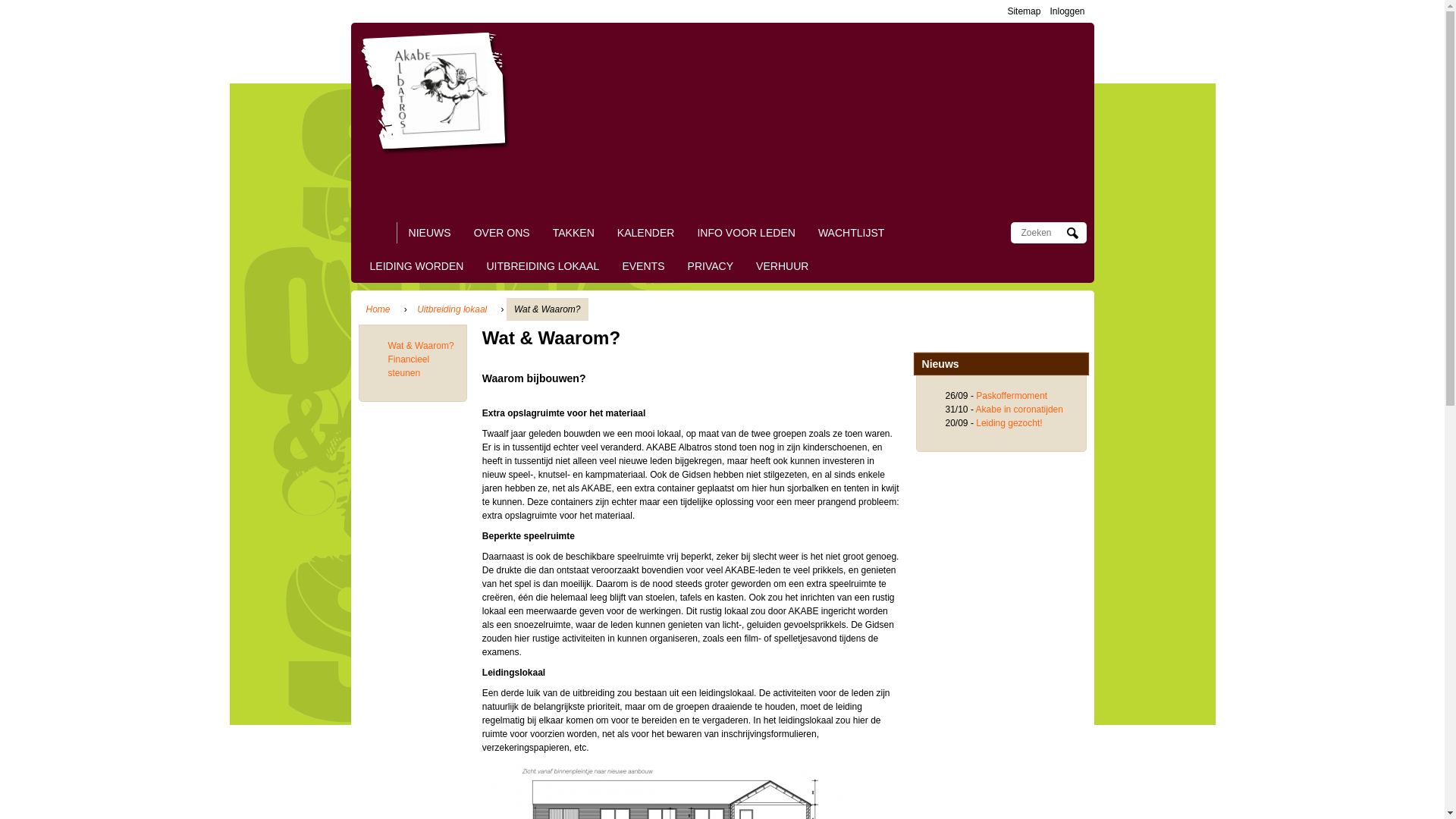 This screenshot has height=819, width=1456. What do you see at coordinates (1009, 423) in the screenshot?
I see `'Leiding gezocht!'` at bounding box center [1009, 423].